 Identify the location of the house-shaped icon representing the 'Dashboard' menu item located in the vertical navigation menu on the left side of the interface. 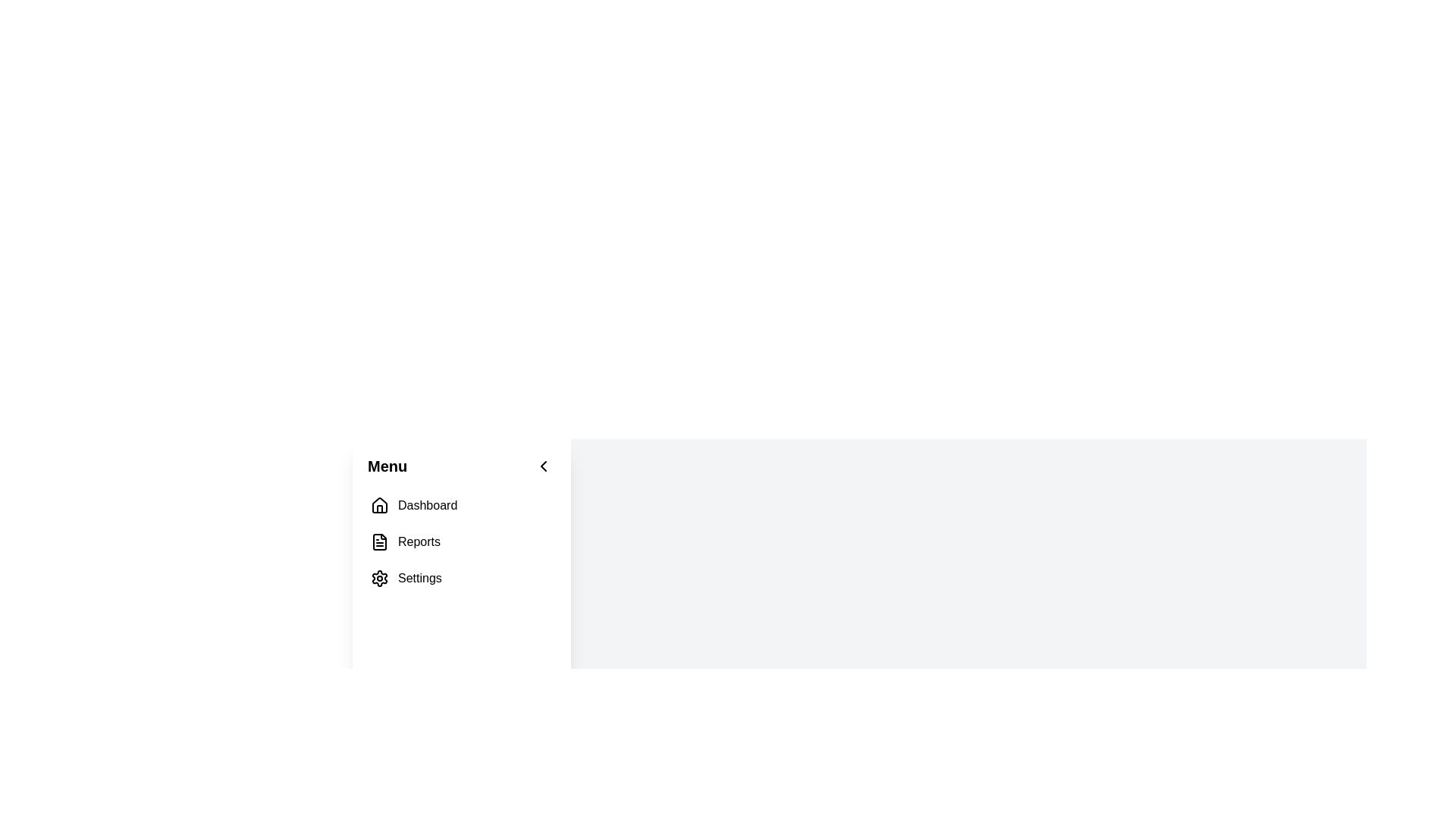
(379, 506).